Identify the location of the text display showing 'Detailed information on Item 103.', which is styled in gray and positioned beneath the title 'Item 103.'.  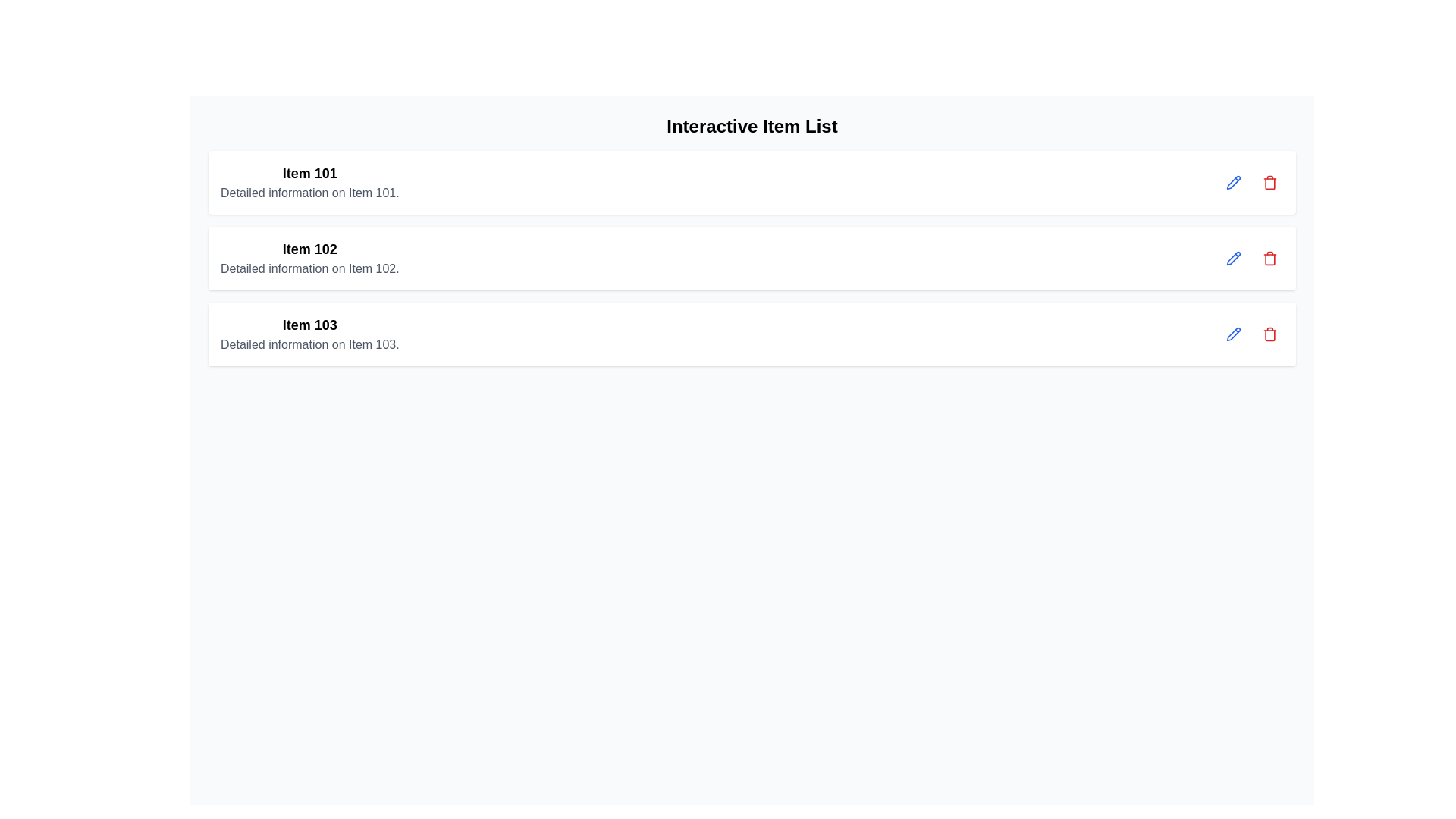
(309, 345).